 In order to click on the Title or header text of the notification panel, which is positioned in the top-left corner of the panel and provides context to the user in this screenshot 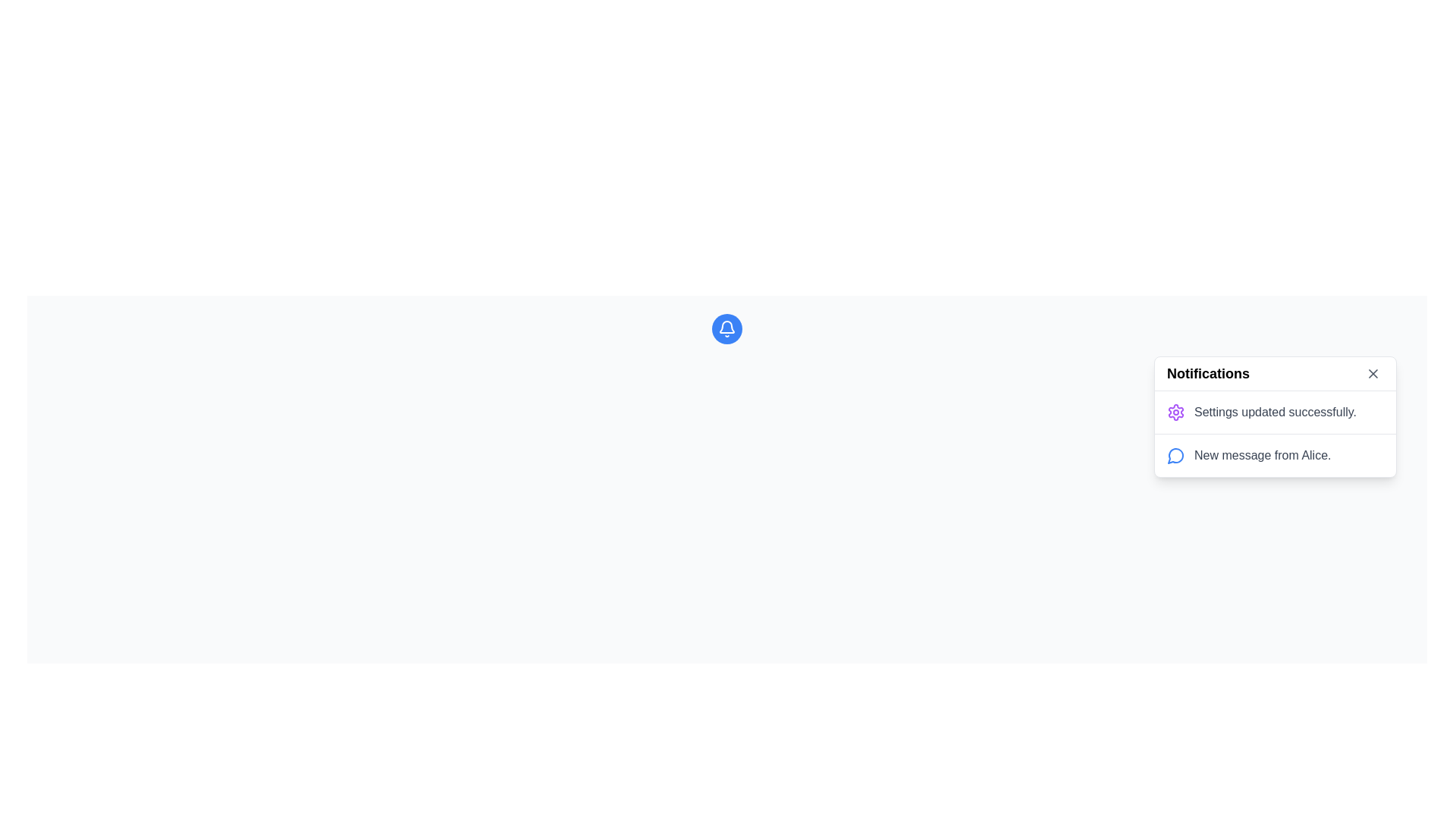, I will do `click(1207, 374)`.